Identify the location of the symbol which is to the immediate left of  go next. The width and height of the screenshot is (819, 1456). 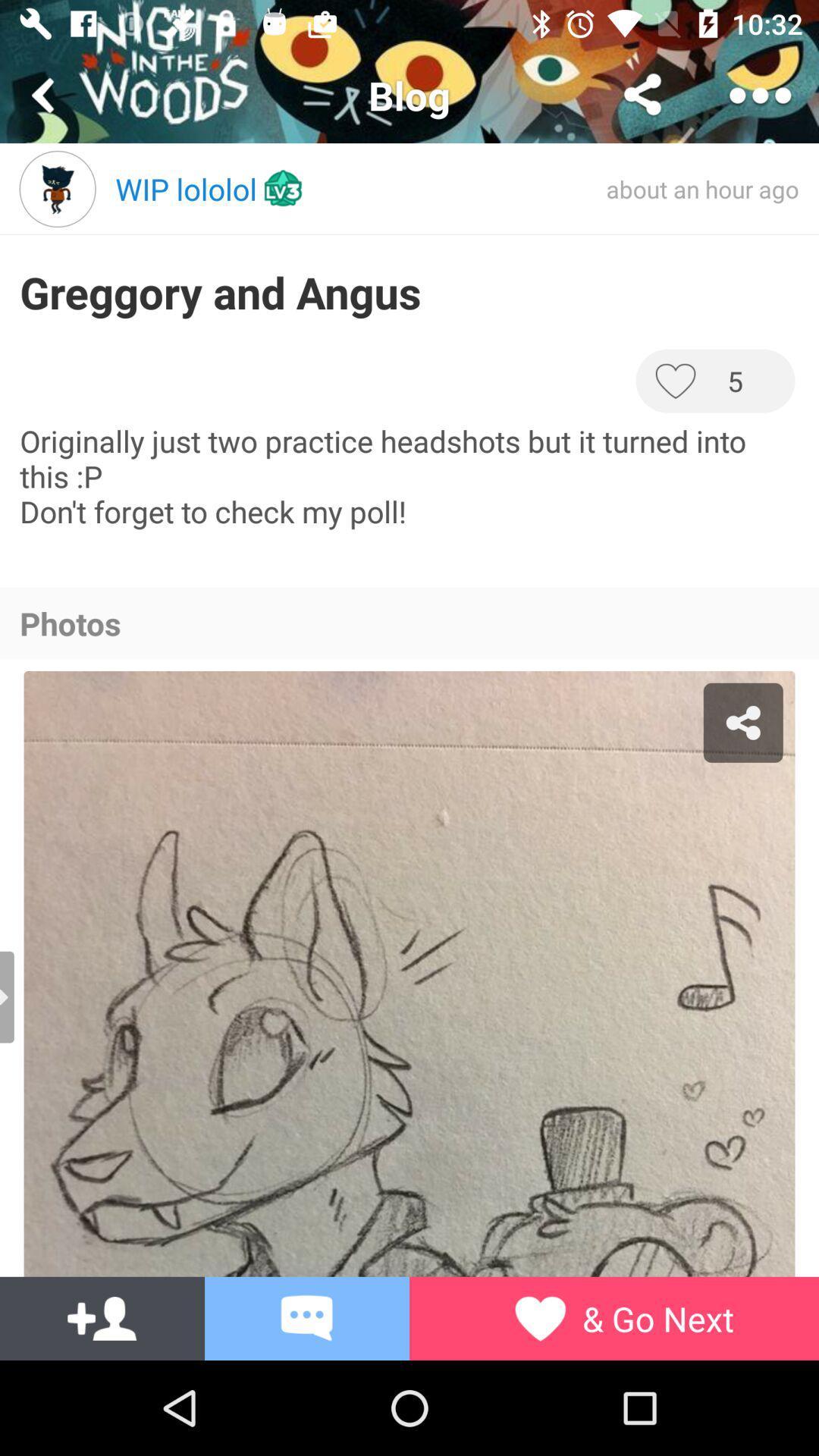
(539, 1317).